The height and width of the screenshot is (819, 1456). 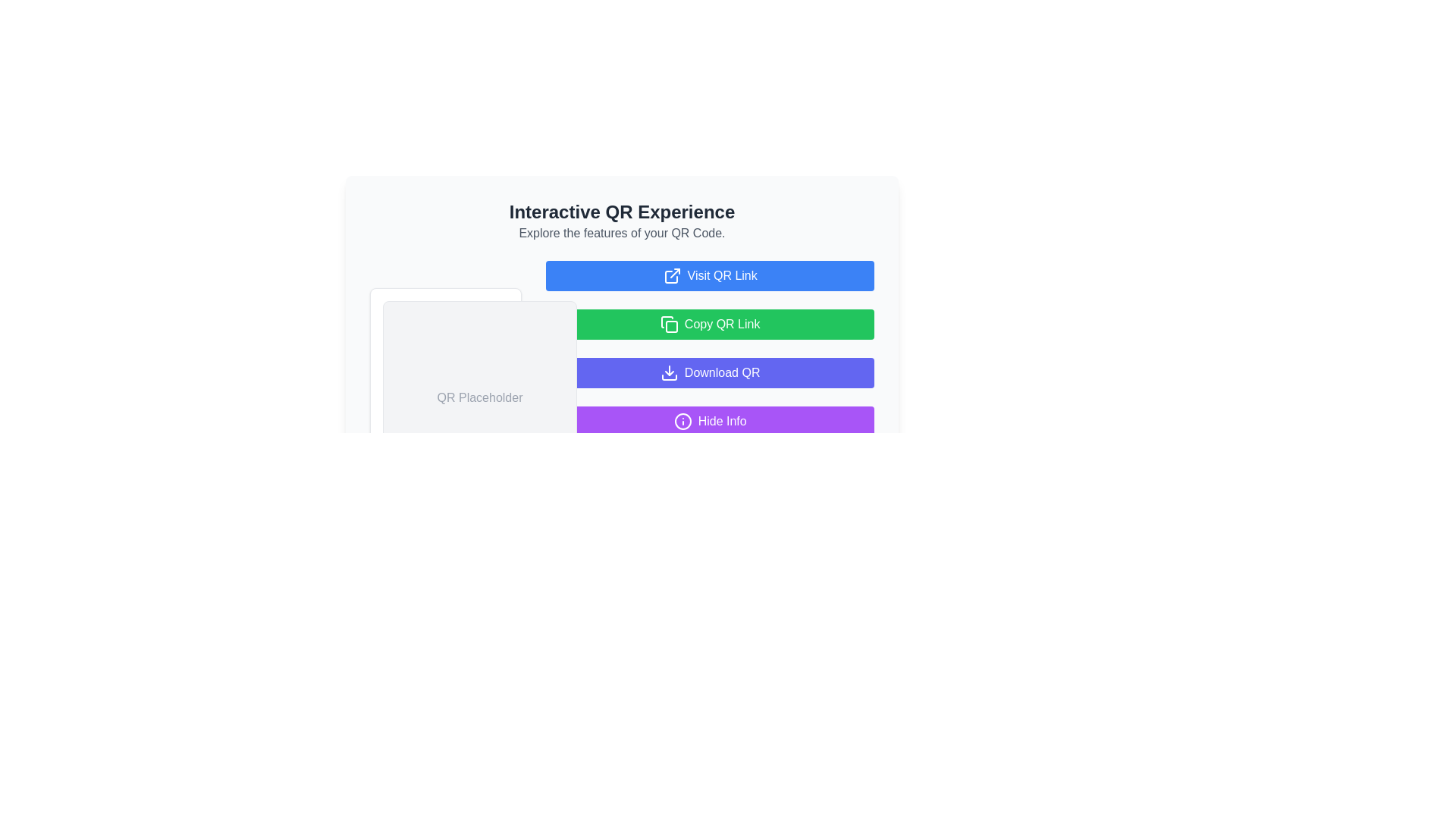 What do you see at coordinates (622, 397) in the screenshot?
I see `the toggle button located below the 'Download QR' button` at bounding box center [622, 397].